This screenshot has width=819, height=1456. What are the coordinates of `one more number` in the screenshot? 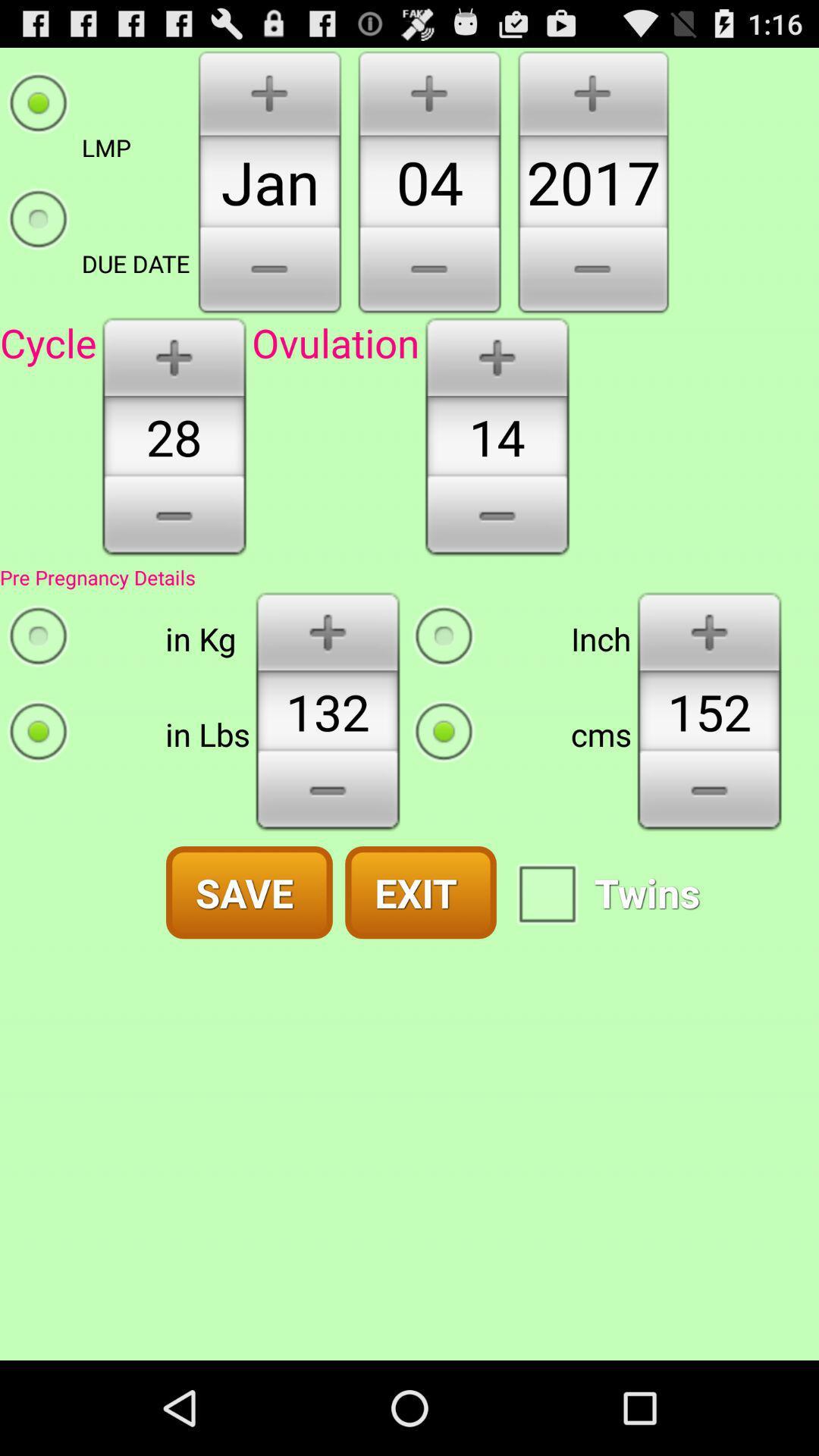 It's located at (709, 630).